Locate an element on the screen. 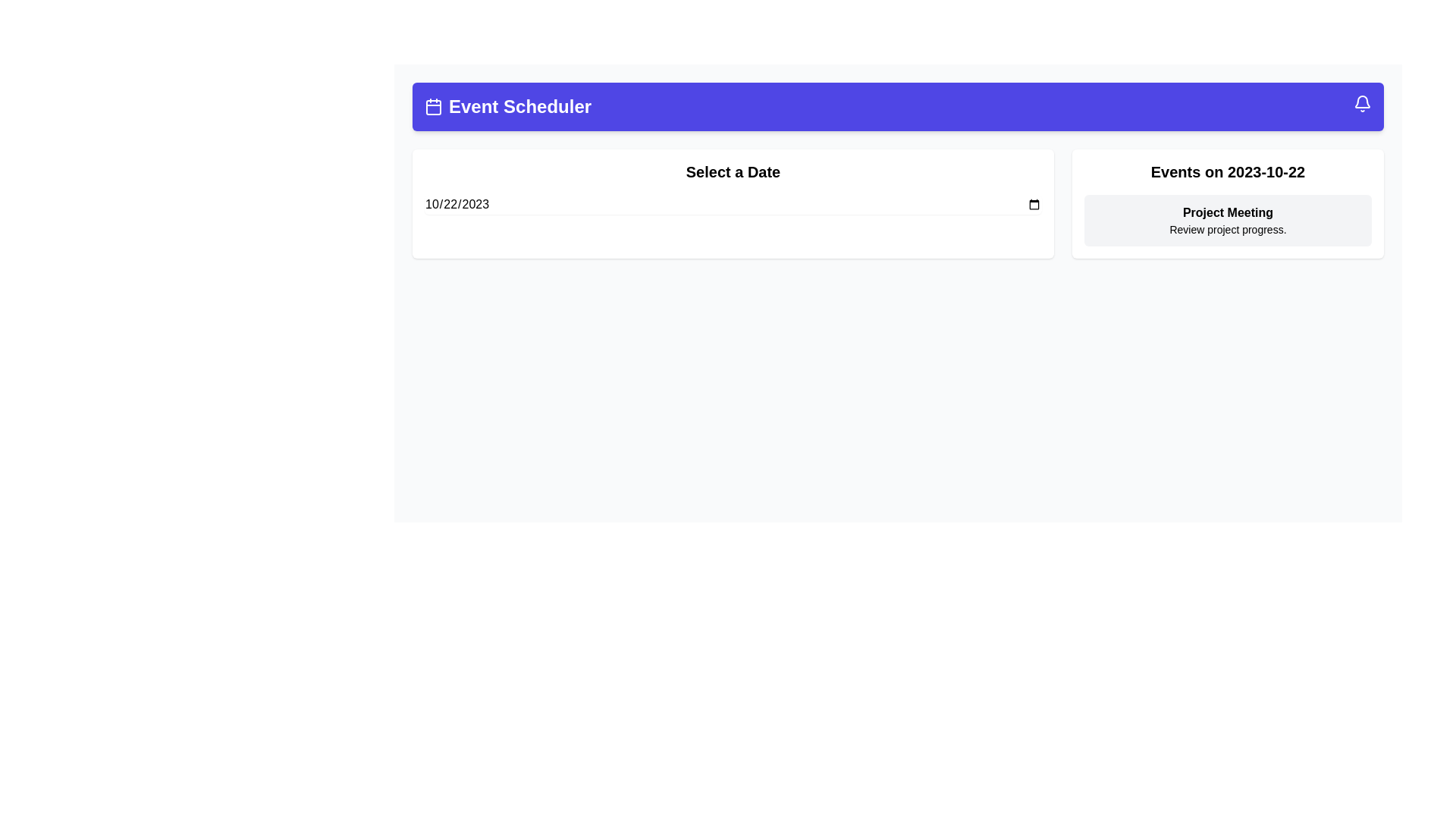  text displayed in the Text Display Block titled 'Project Meeting' with details 'Review project progress.' located below 'Events on 2023-10-22' is located at coordinates (1228, 220).